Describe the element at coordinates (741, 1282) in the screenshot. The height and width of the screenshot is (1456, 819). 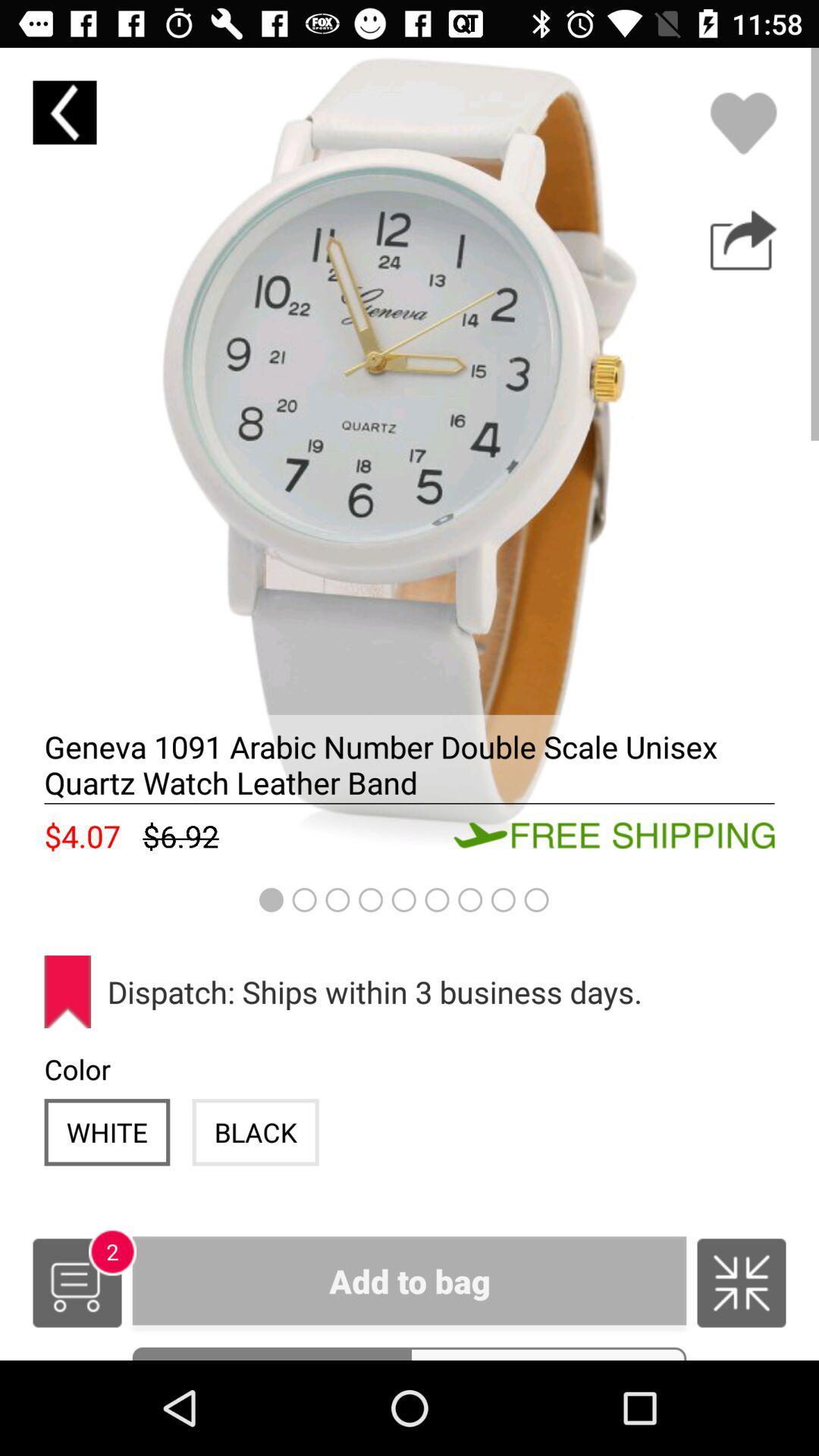
I see `change language` at that location.